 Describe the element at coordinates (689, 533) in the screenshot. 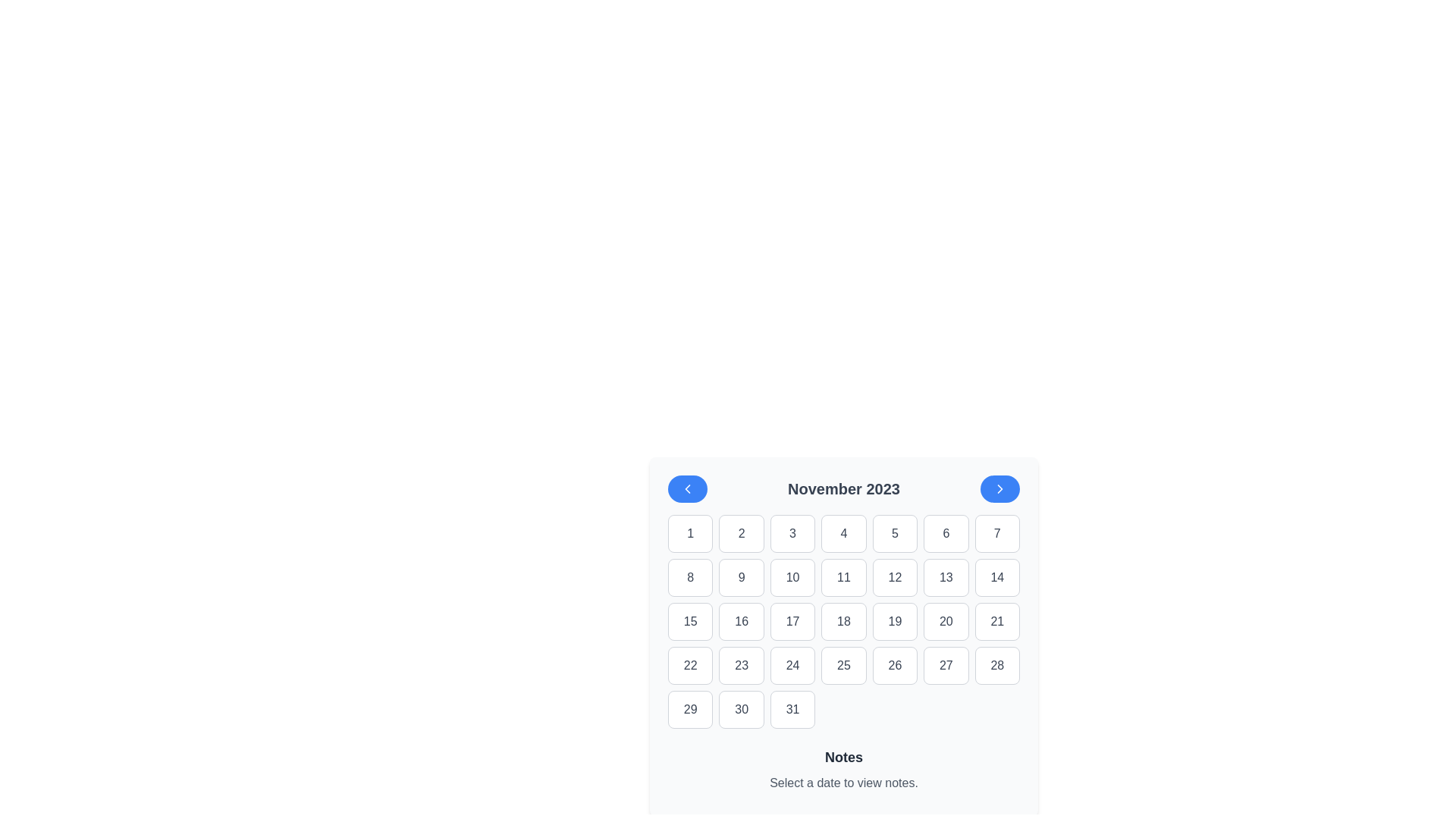

I see `the rectangular button with rounded corners containing the number '1'` at that location.